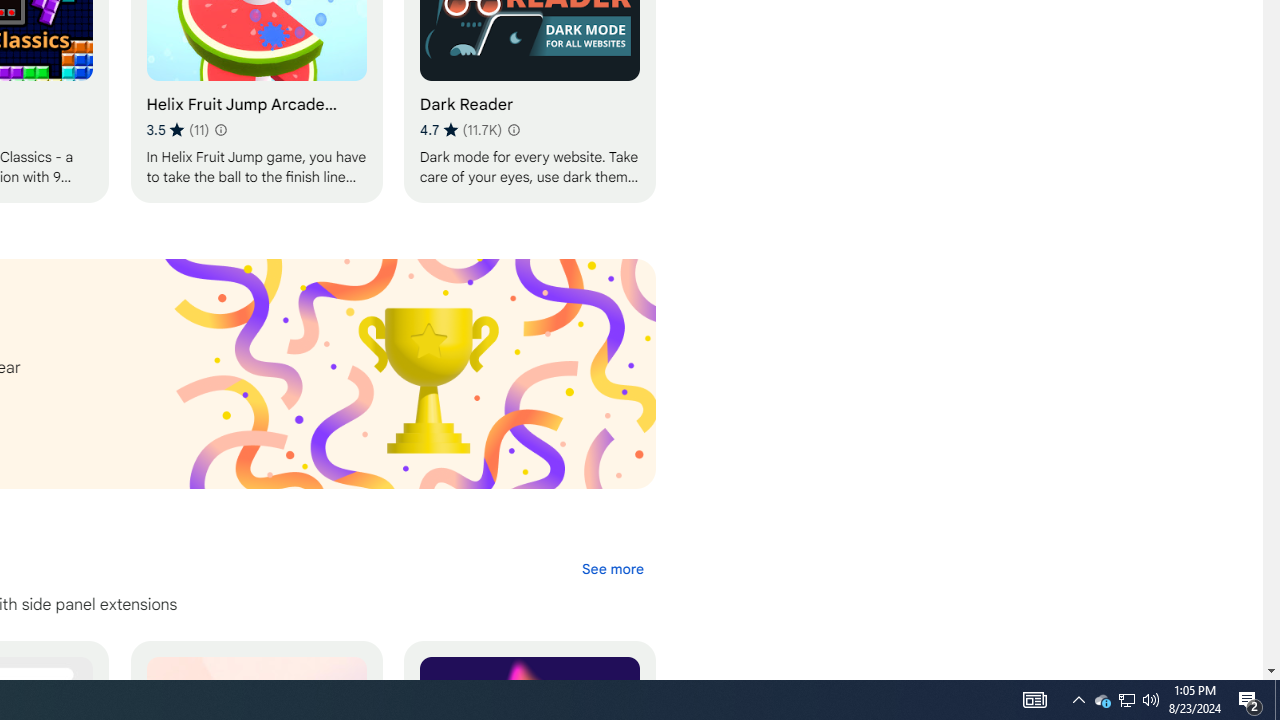  What do you see at coordinates (512, 129) in the screenshot?
I see `'Learn more about results and reviews "Dark Reader"'` at bounding box center [512, 129].